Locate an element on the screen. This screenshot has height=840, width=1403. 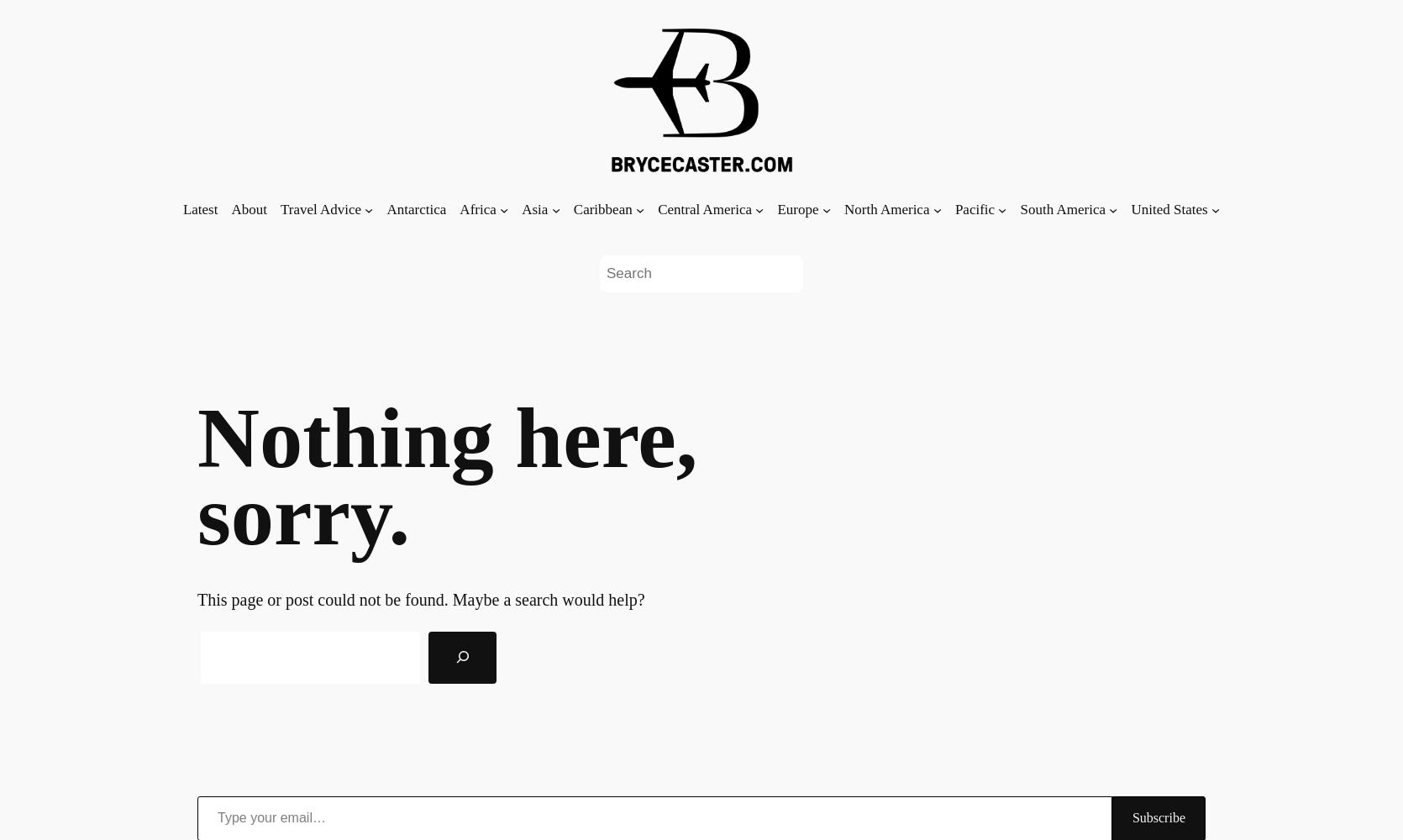
'Nothing here,' is located at coordinates (447, 437).